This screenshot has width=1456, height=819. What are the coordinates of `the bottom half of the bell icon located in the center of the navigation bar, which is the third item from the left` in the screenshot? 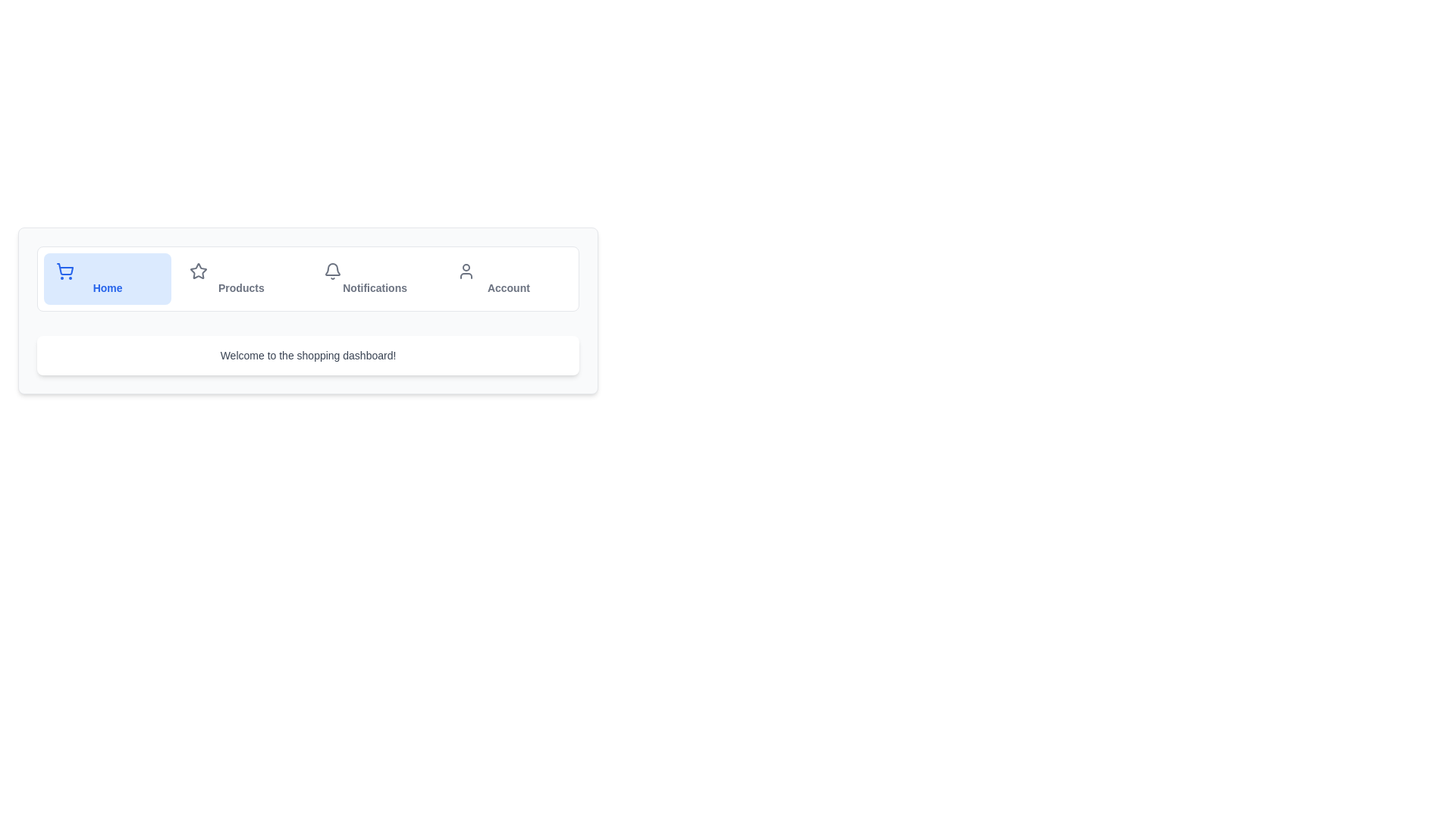 It's located at (331, 268).